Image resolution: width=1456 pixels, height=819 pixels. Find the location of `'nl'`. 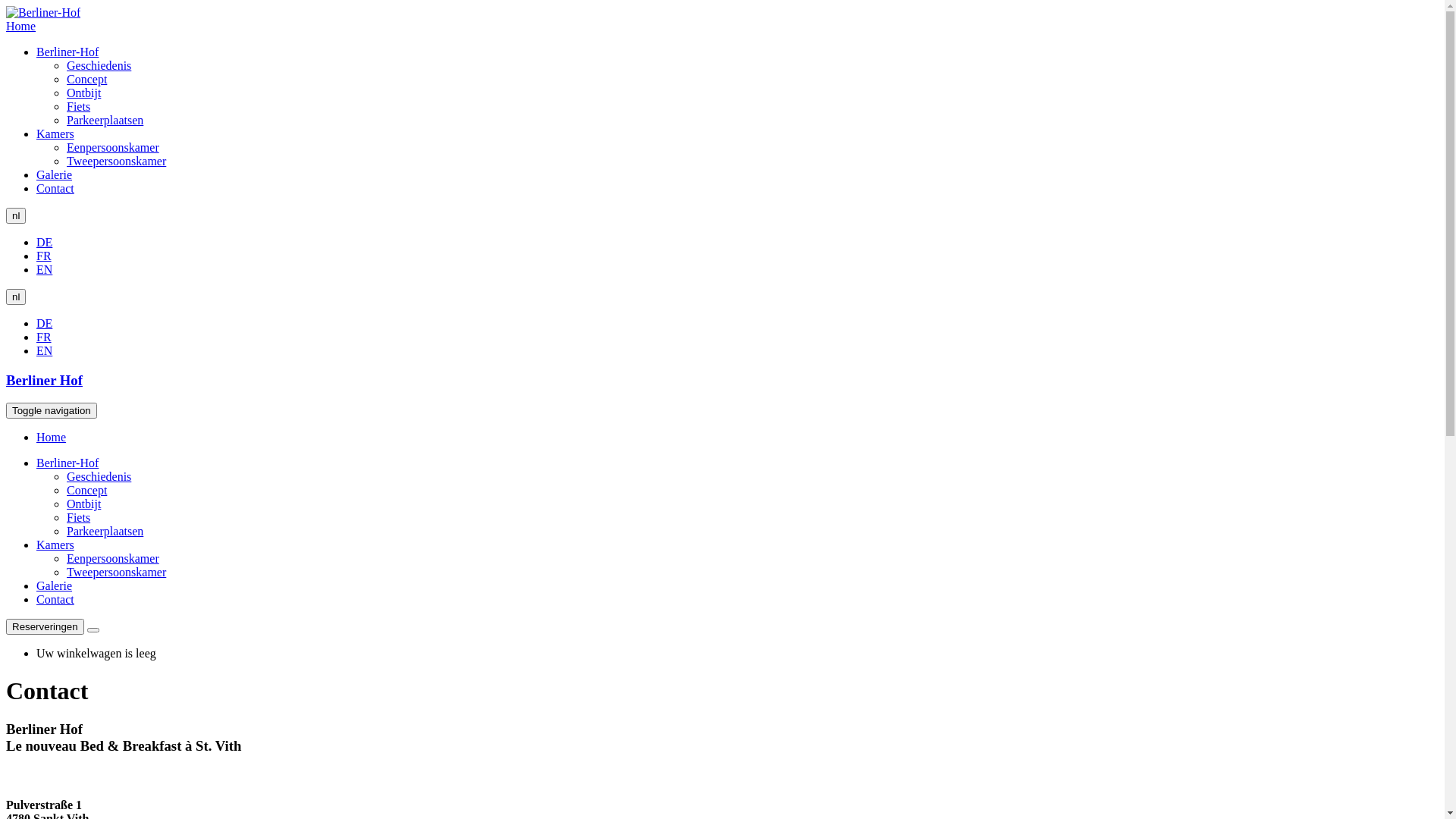

'nl' is located at coordinates (6, 297).